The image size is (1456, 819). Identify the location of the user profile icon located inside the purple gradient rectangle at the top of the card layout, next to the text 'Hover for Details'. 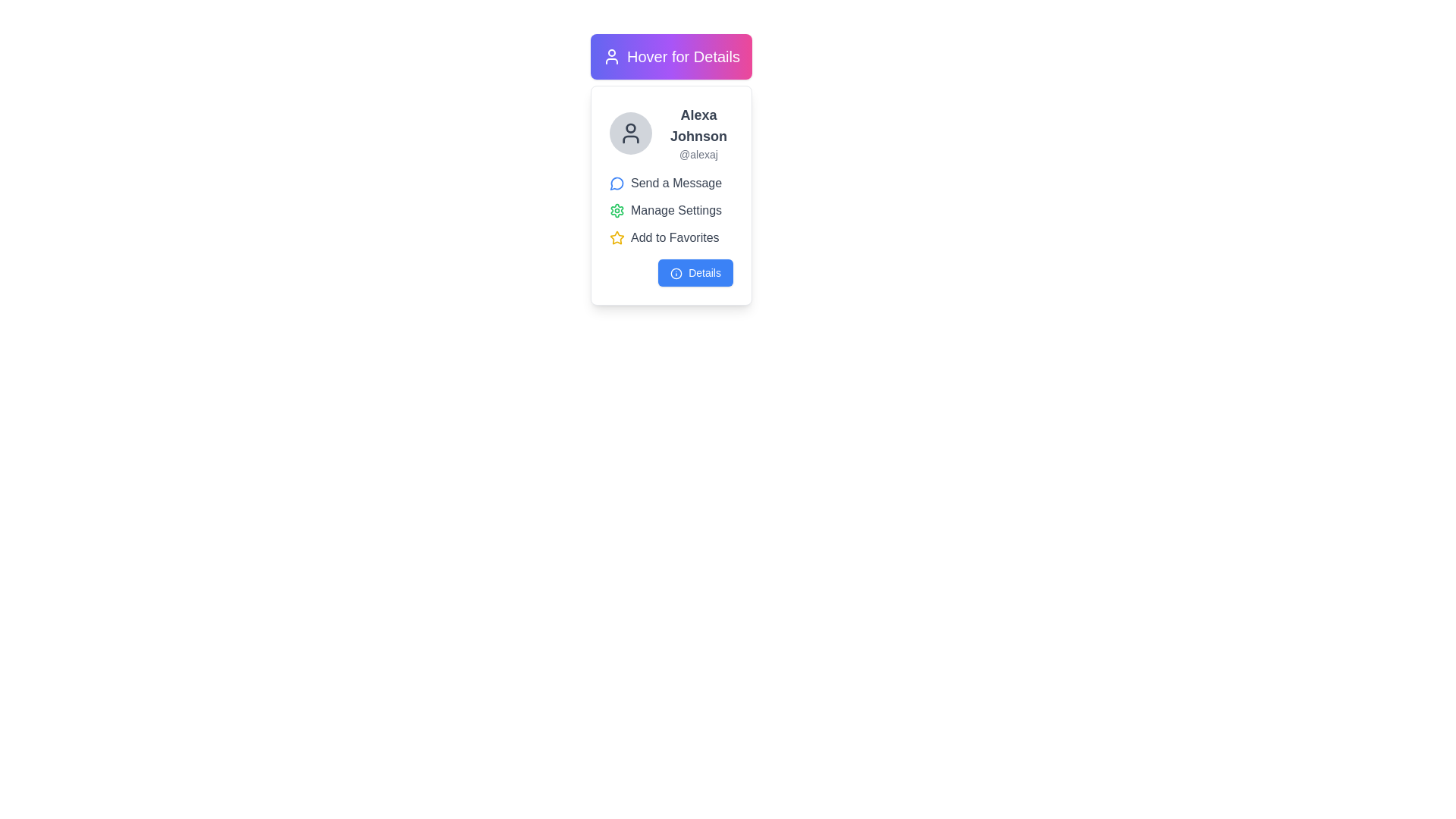
(611, 55).